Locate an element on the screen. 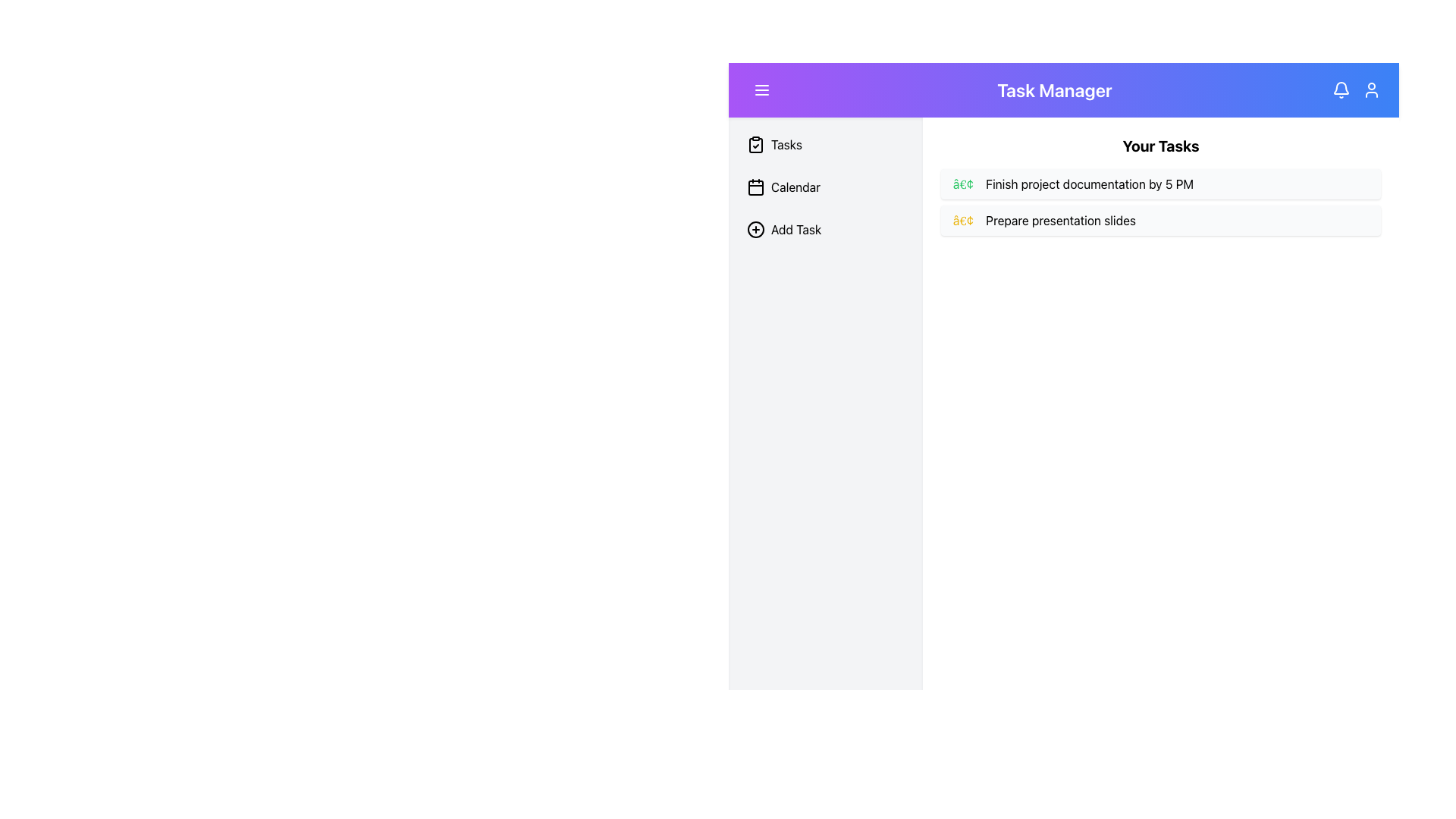 This screenshot has height=819, width=1456. the 'Calendar' button located below the 'Tasks' list item and above the 'Add Task' list item is located at coordinates (783, 186).